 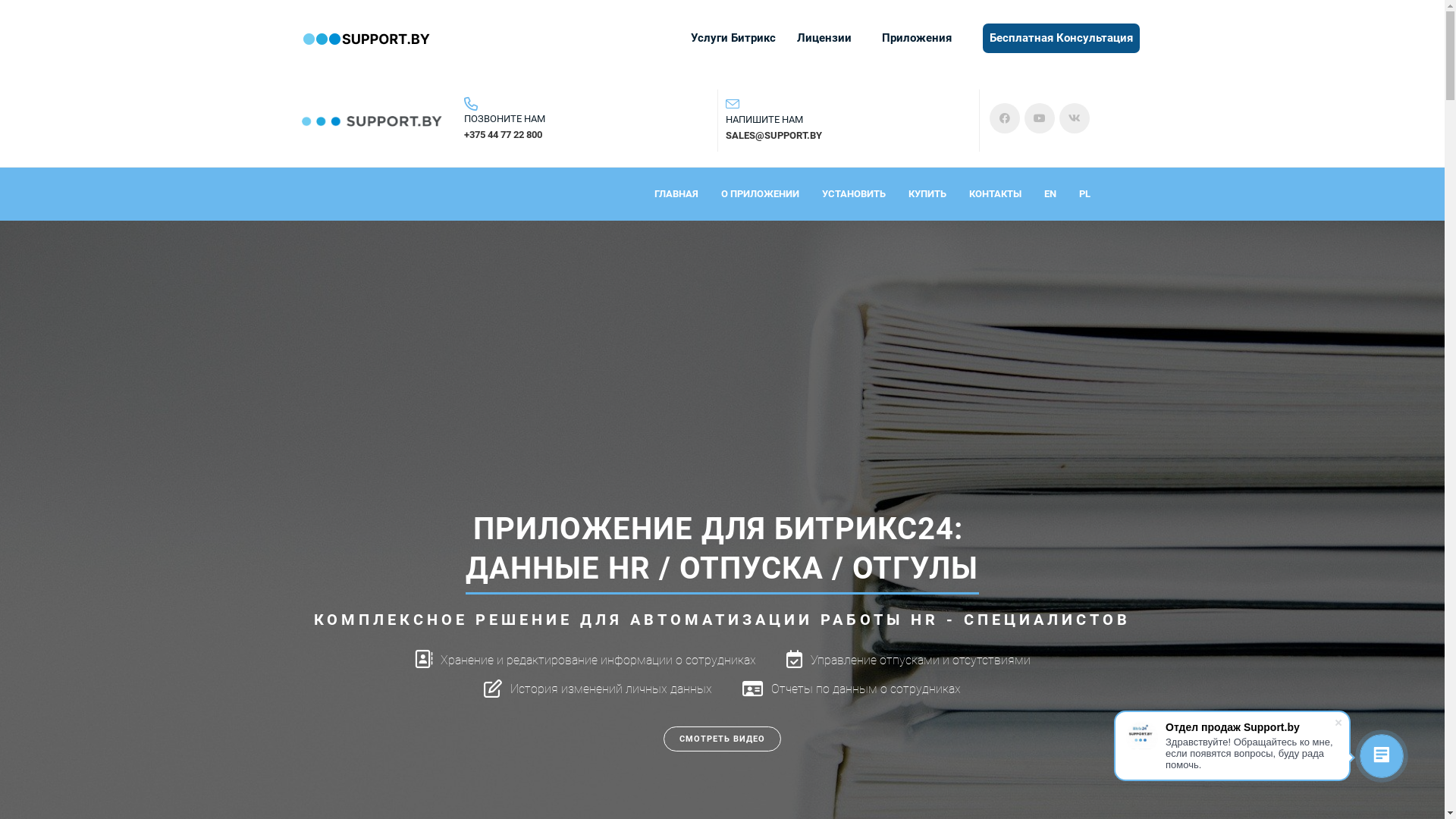 I want to click on 'PL', so click(x=1084, y=193).